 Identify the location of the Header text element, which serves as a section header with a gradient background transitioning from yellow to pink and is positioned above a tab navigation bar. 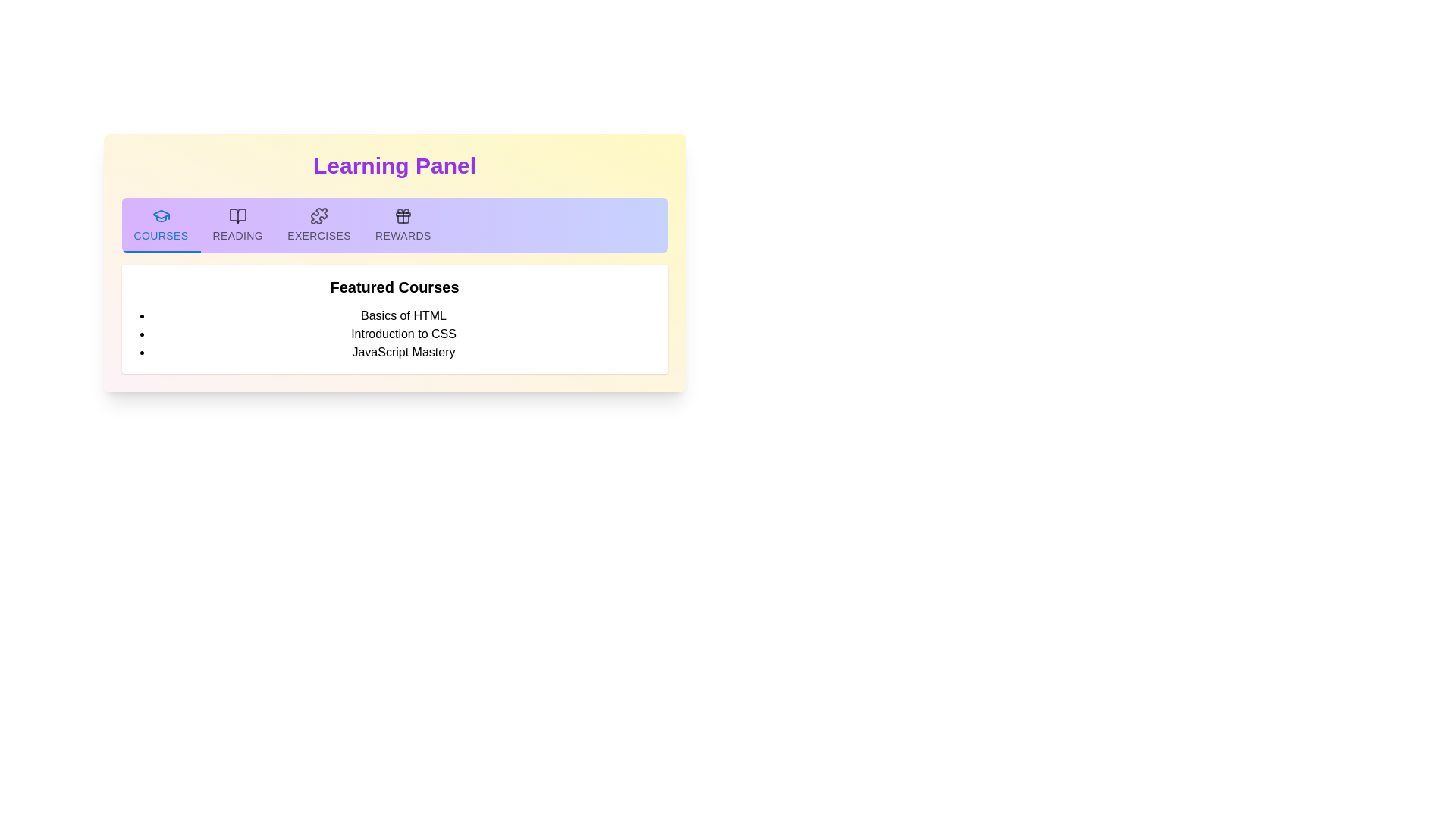
(394, 166).